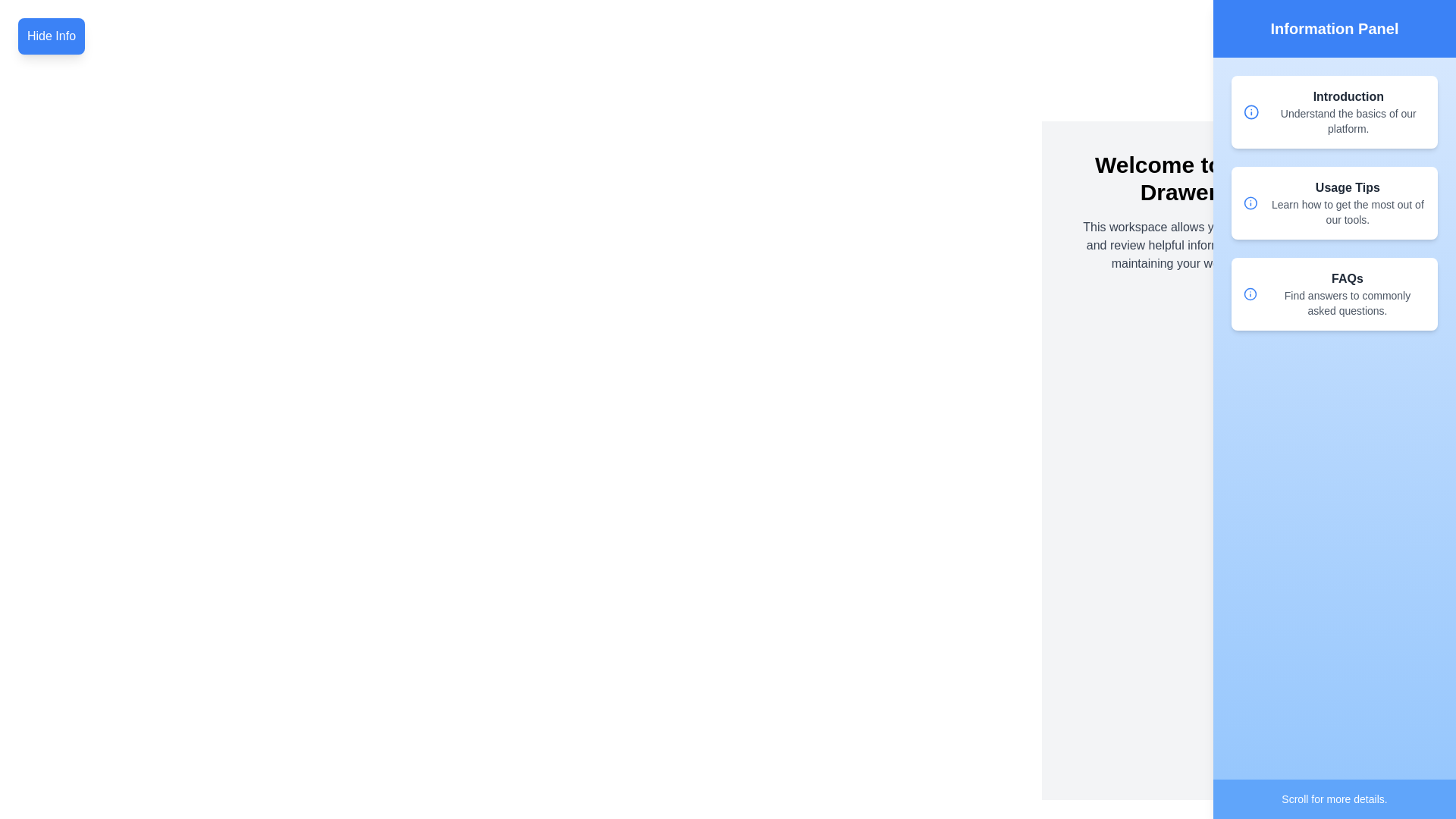 The height and width of the screenshot is (819, 1456). What do you see at coordinates (1250, 202) in the screenshot?
I see `the outermost circular component of the SVG icon in the blue 'Information Panel' section, which is positioned to the left of the 'Introduction' text label` at bounding box center [1250, 202].